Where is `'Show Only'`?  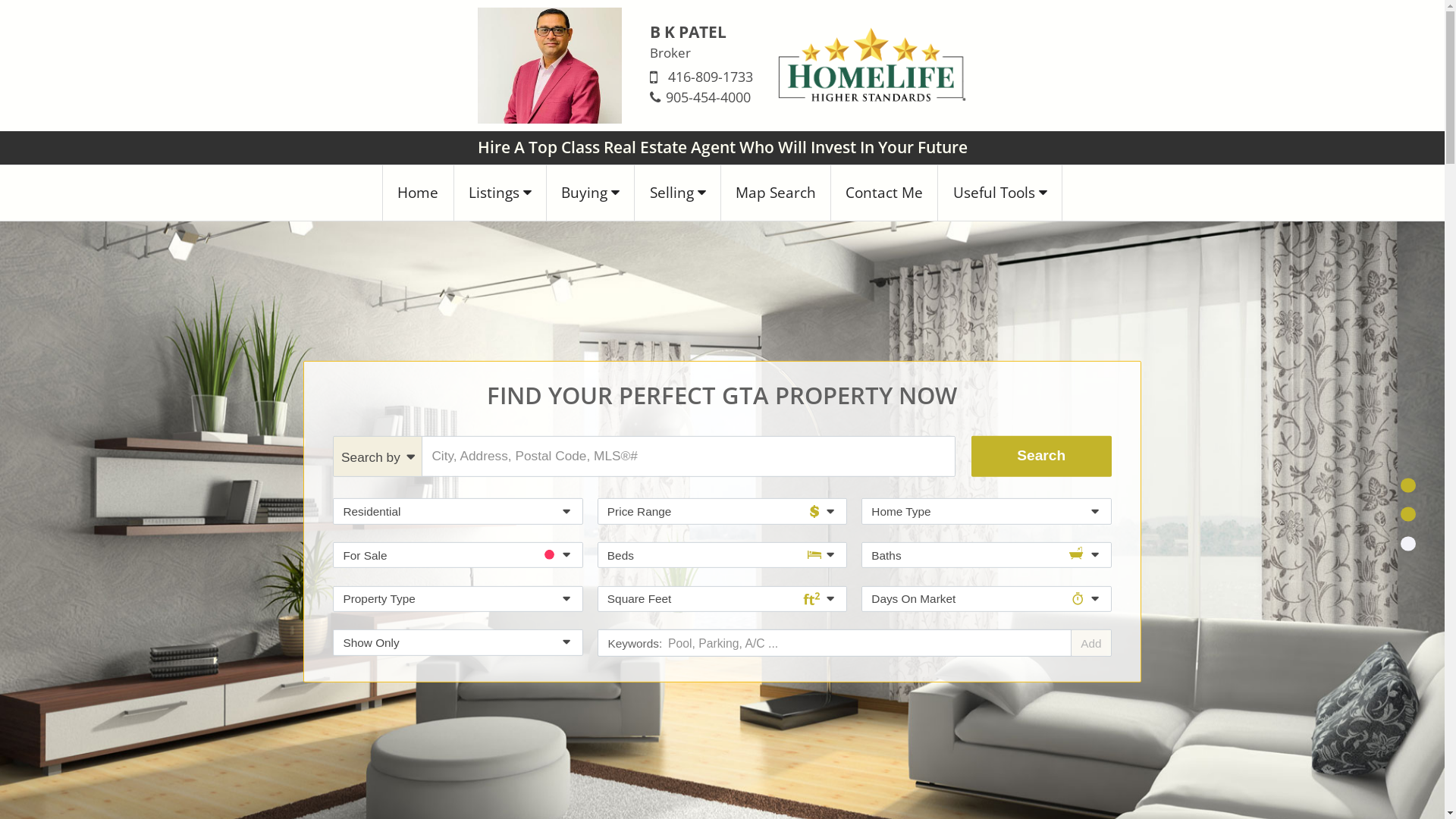 'Show Only' is located at coordinates (457, 642).